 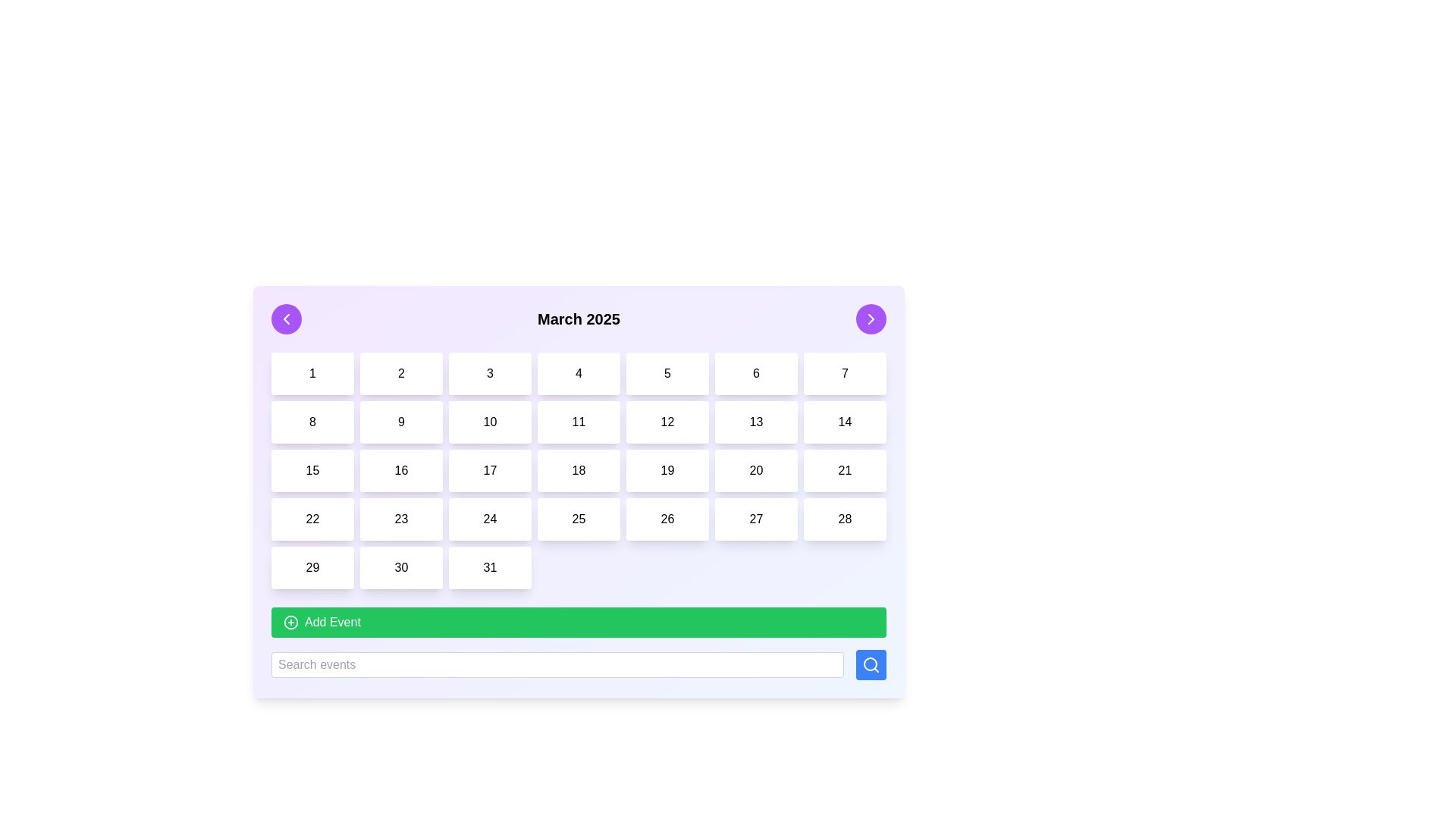 What do you see at coordinates (312, 519) in the screenshot?
I see `the calendar day tile displaying '22'` at bounding box center [312, 519].